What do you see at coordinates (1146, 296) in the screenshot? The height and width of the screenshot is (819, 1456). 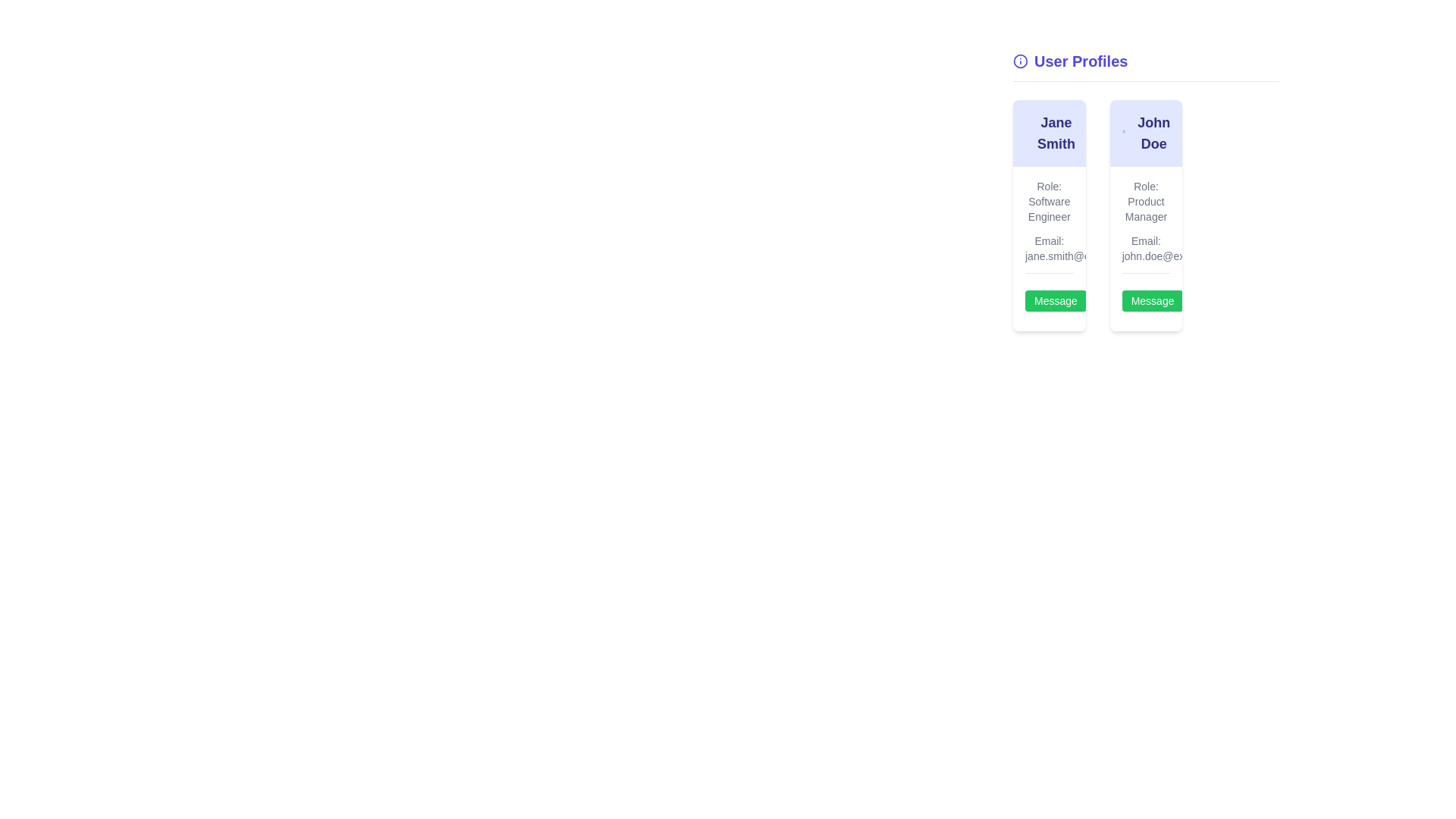 I see `the 'Message' button, which has white text on a green background and is located below the email 'john.doe@example.com' in John Doe's profile card` at bounding box center [1146, 296].